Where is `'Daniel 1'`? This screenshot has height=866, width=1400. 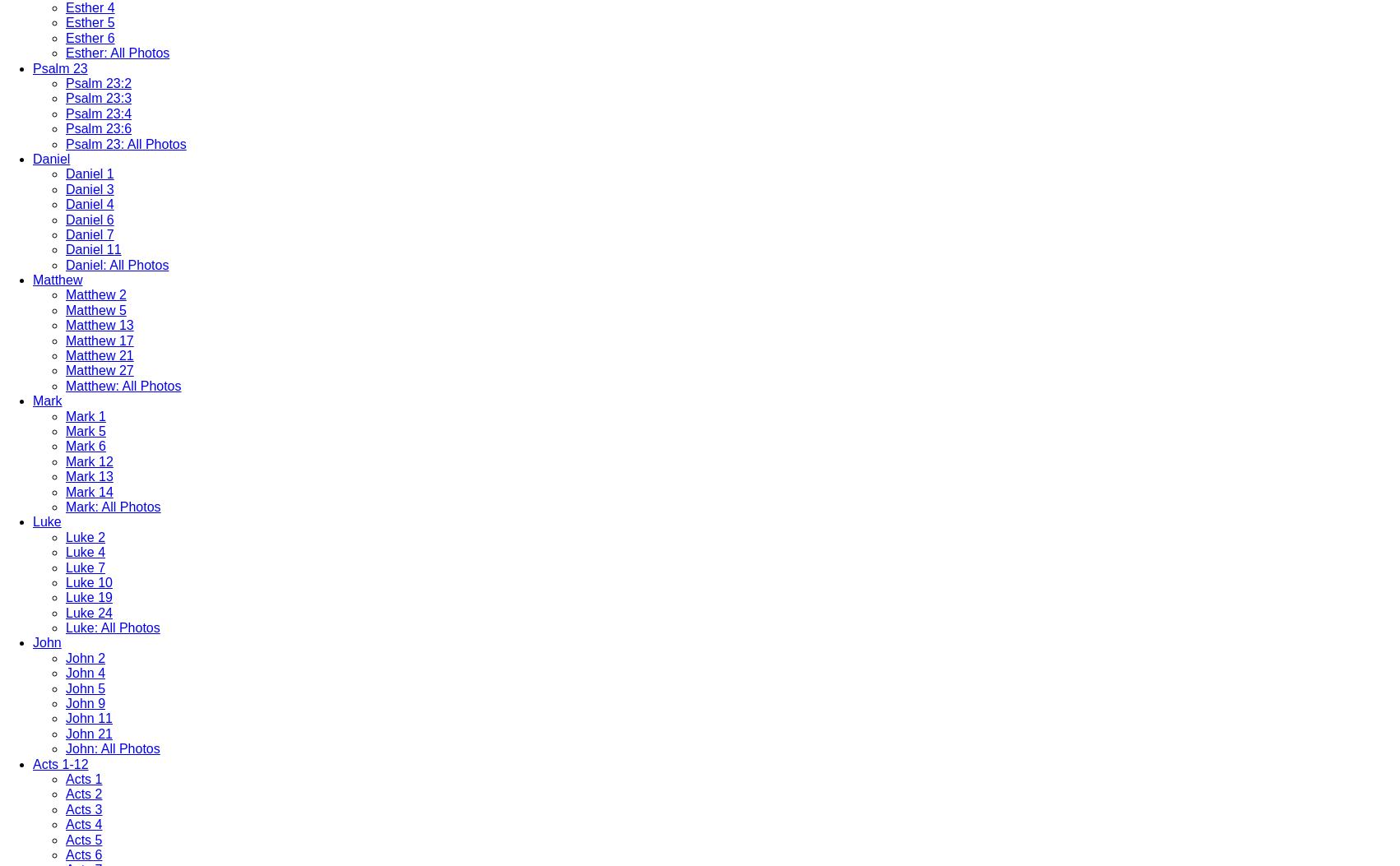
'Daniel 1' is located at coordinates (65, 174).